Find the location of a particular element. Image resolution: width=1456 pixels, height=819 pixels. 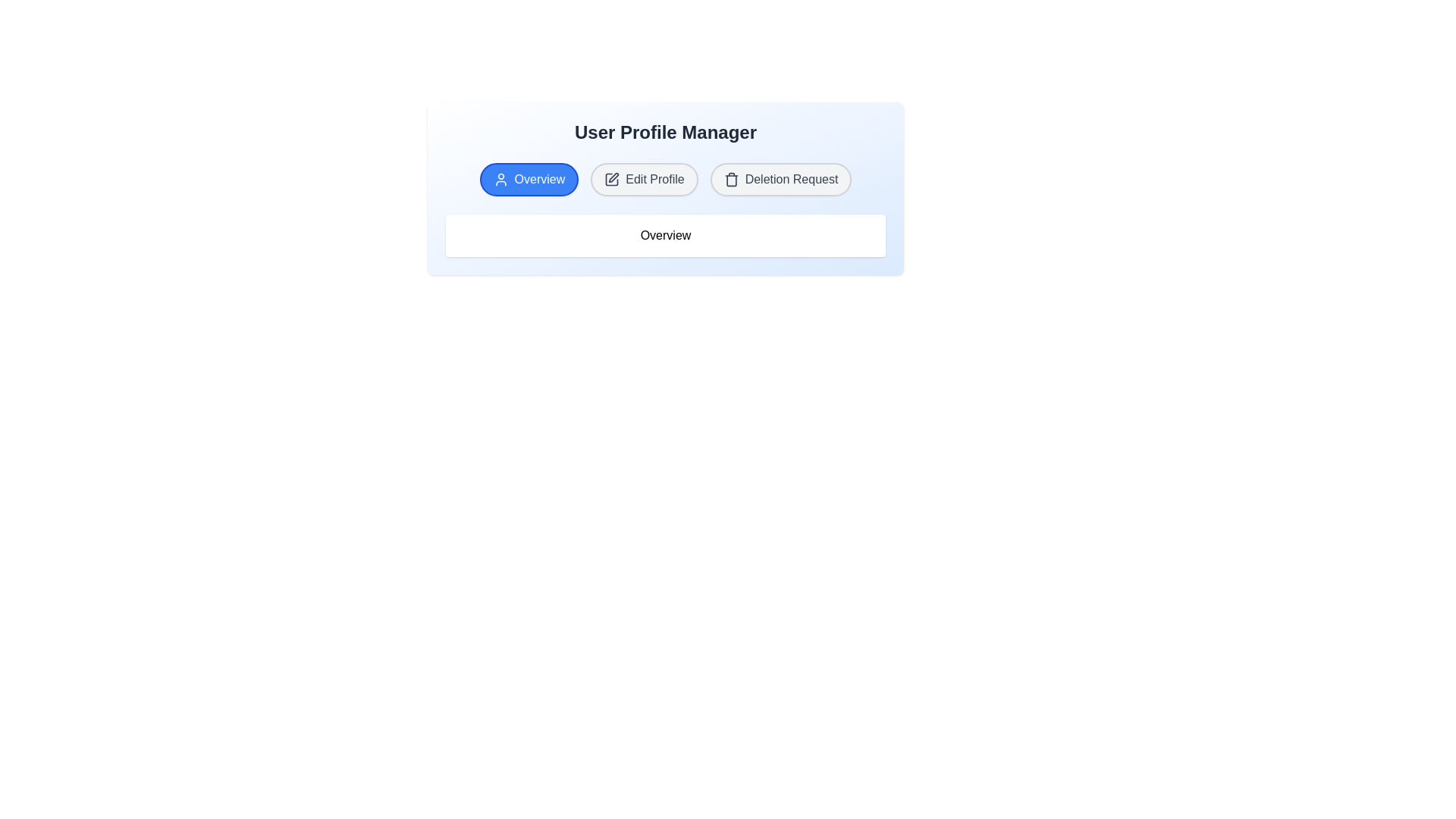

the Deletion Request tab to observe its hover effect is located at coordinates (781, 178).